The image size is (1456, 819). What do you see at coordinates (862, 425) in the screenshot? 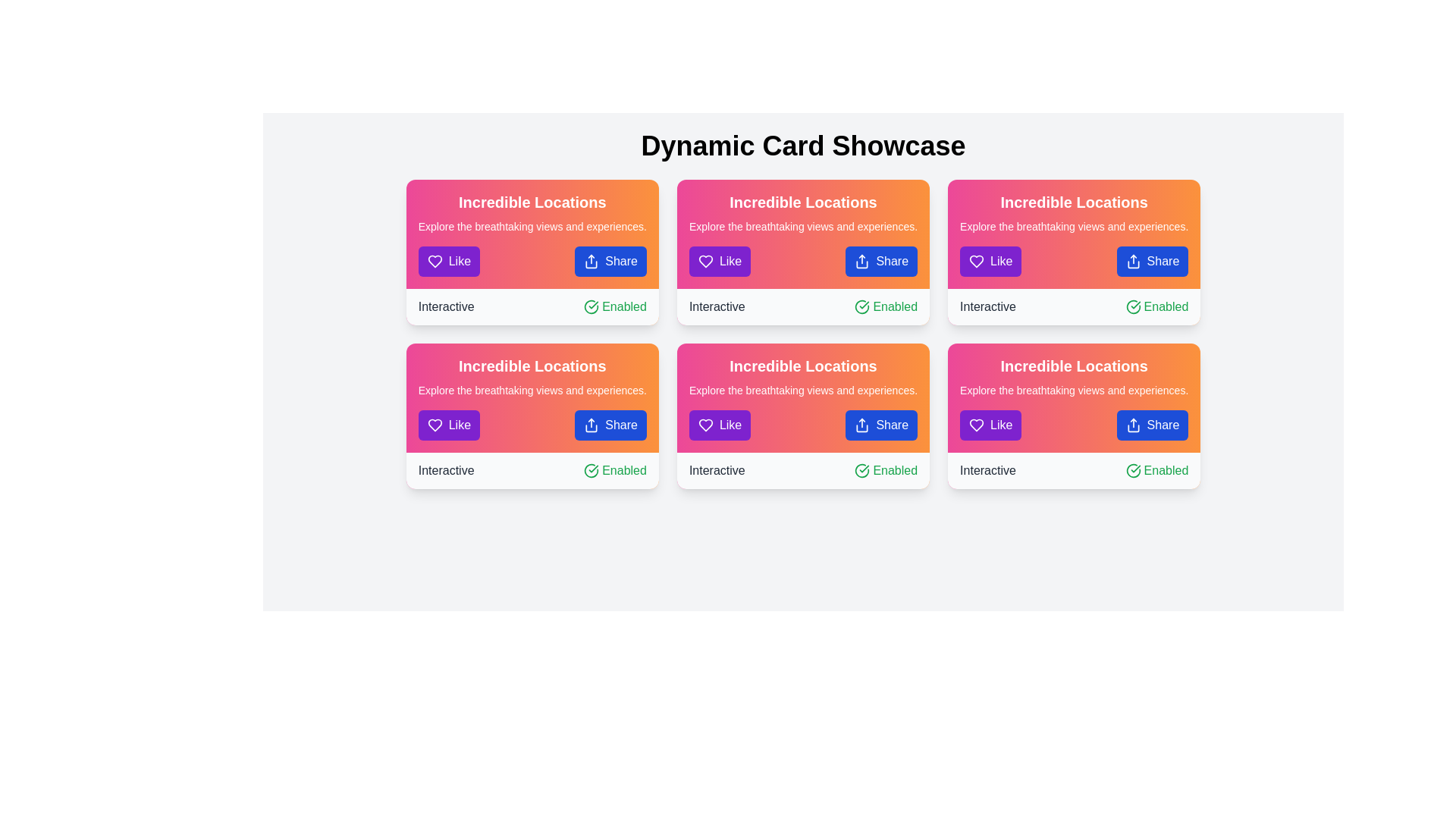
I see `the 'Share' icon, which is styled with a blue background and white outline, located in the second card of the second row of the grid layout` at bounding box center [862, 425].